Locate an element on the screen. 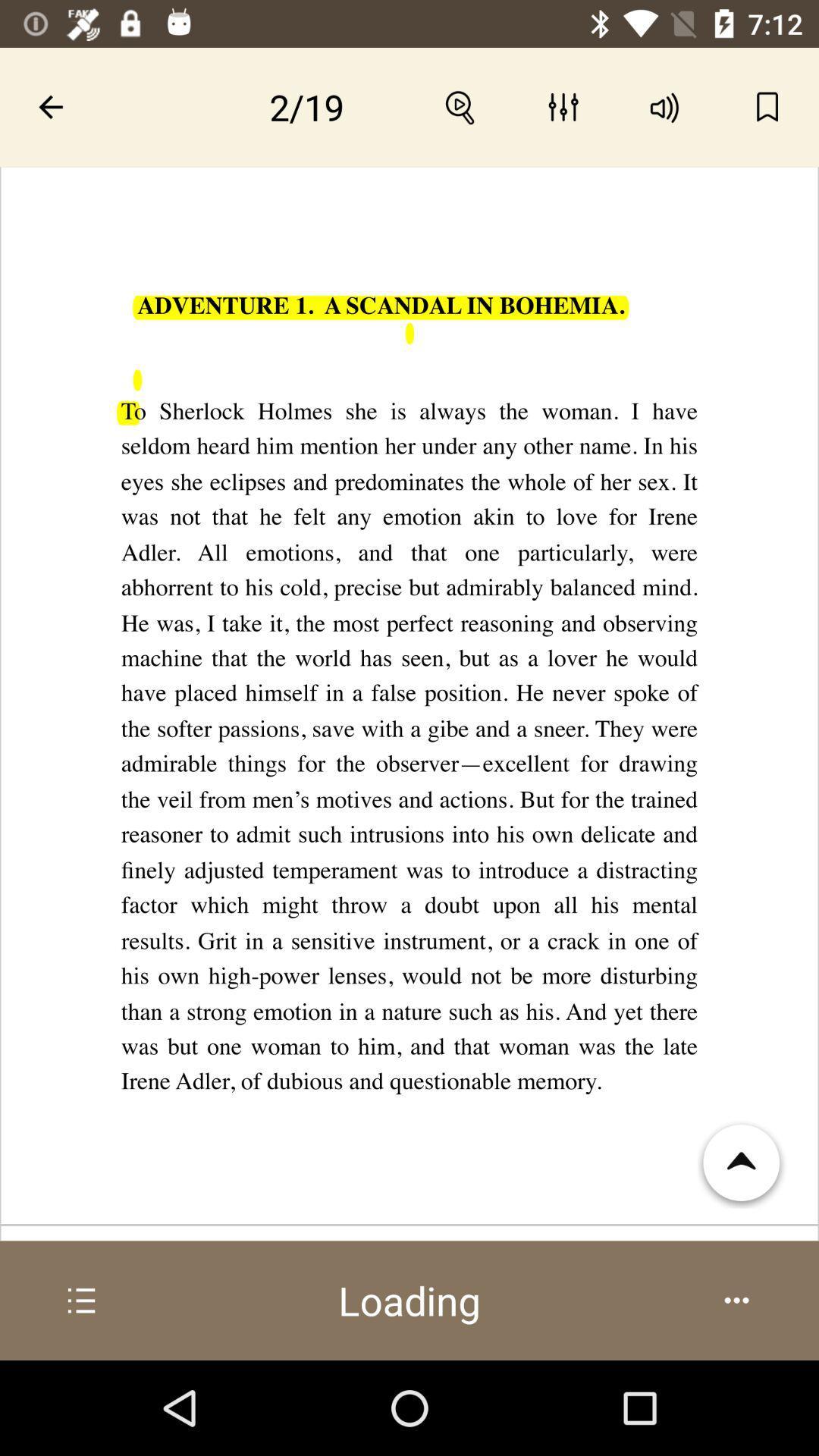  the icon which is the immediate right of the search button is located at coordinates (563, 106).